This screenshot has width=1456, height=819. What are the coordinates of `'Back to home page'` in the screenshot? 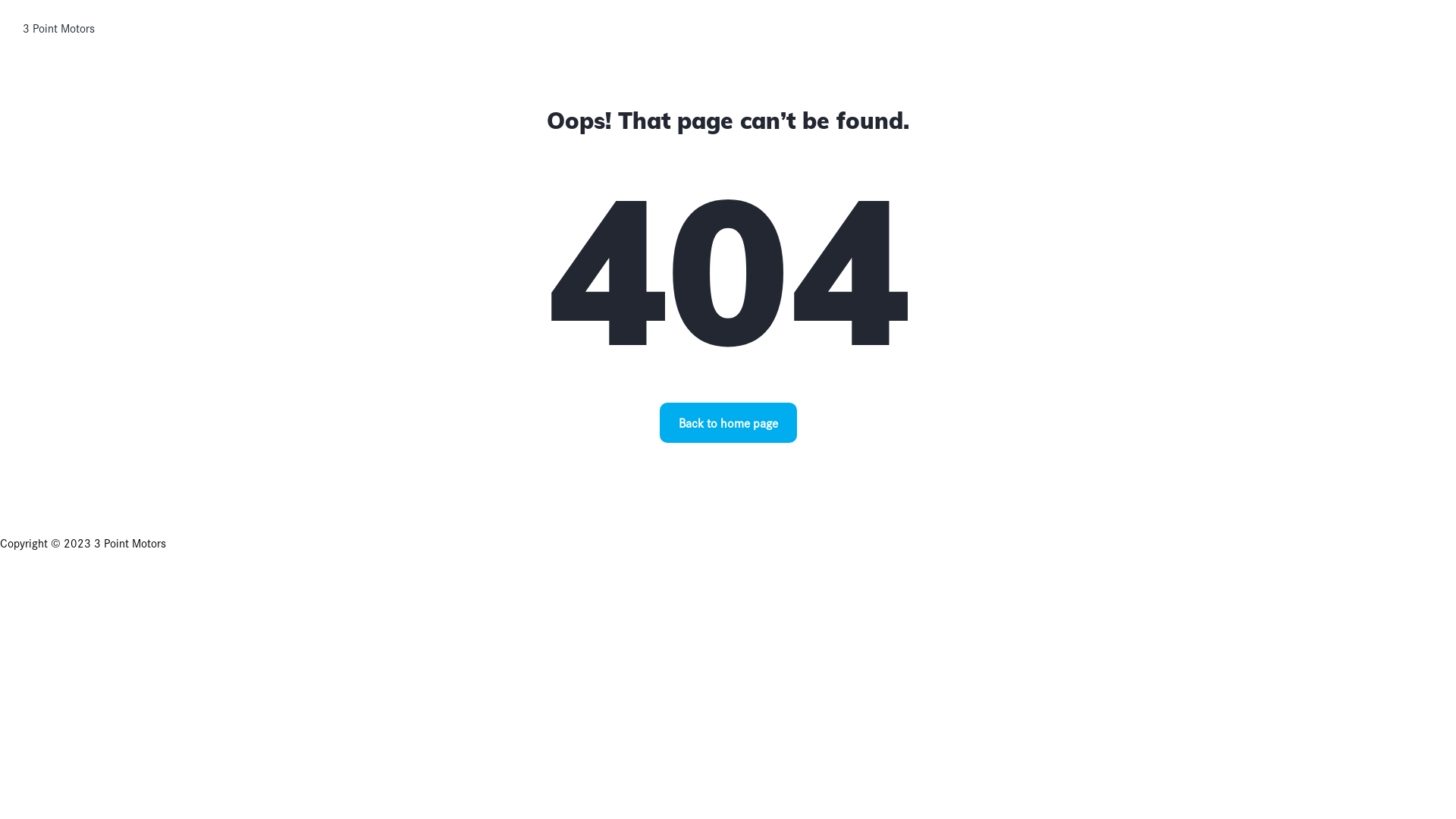 It's located at (728, 422).